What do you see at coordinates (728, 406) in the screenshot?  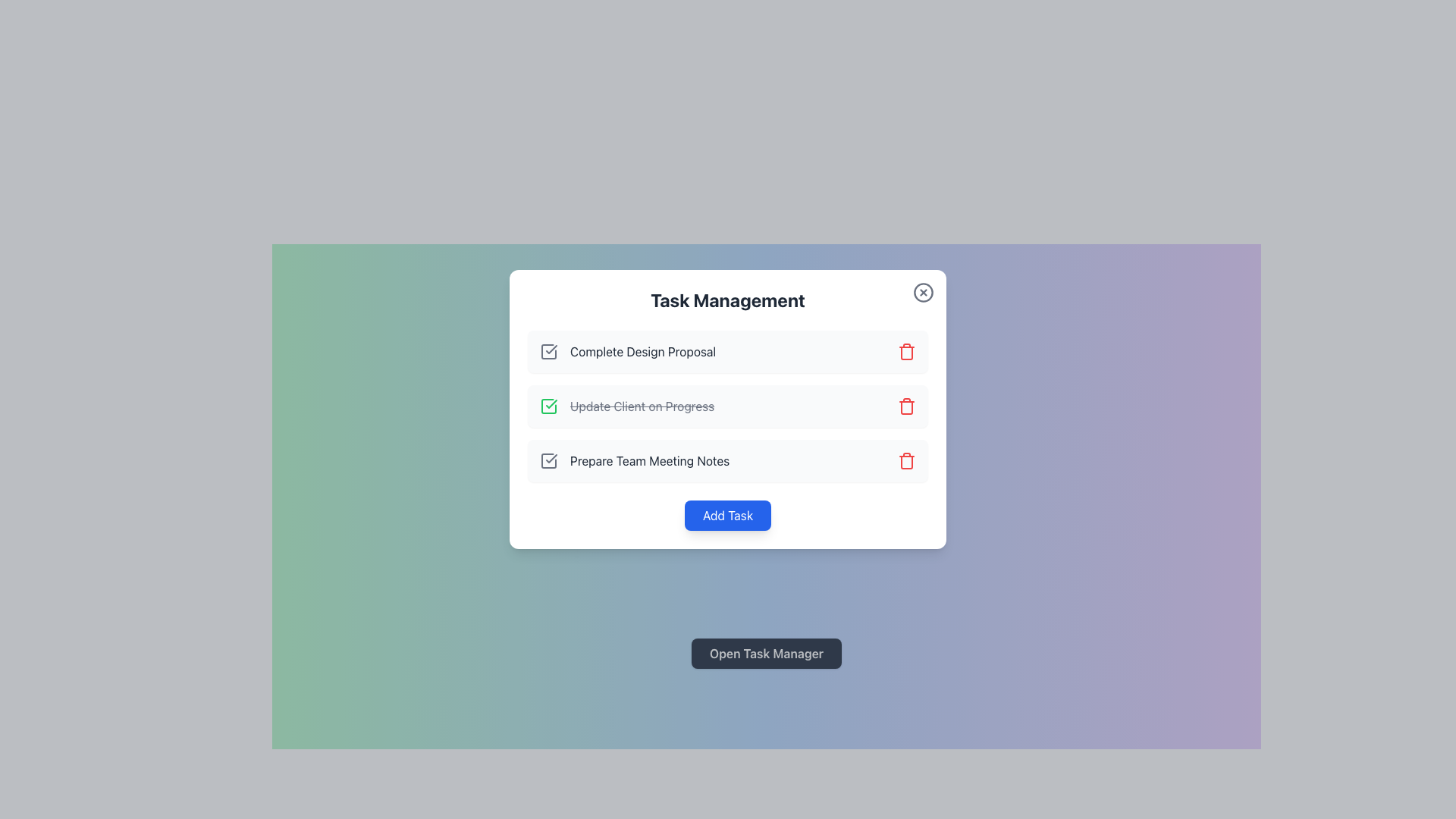 I see `the Task List Component for details on the tasks, which include 'Complete Design Proposal', 'Update Client on Progress', and 'Prepare Team Meeting Notes'` at bounding box center [728, 406].